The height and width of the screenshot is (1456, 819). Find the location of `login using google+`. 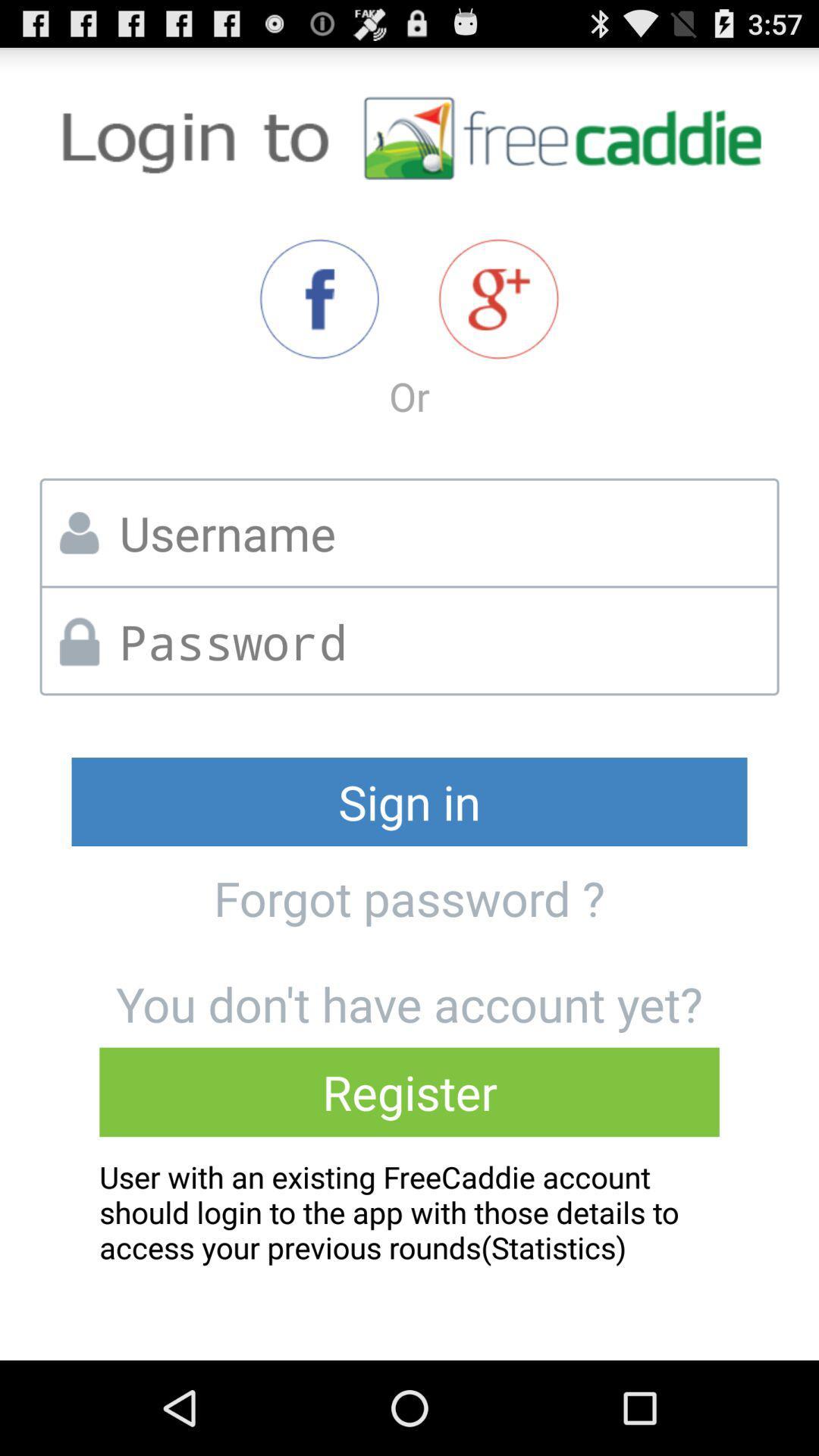

login using google+ is located at coordinates (498, 299).